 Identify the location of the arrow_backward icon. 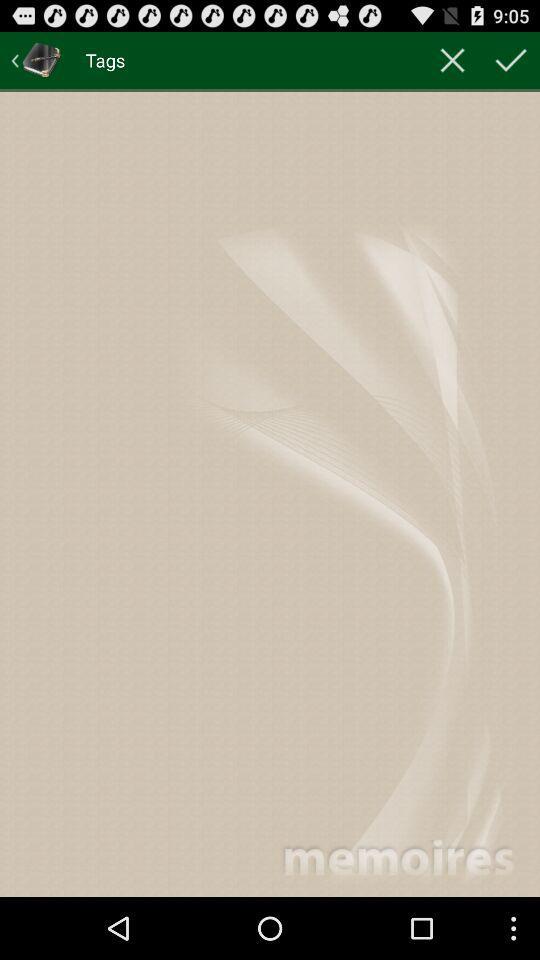
(36, 64).